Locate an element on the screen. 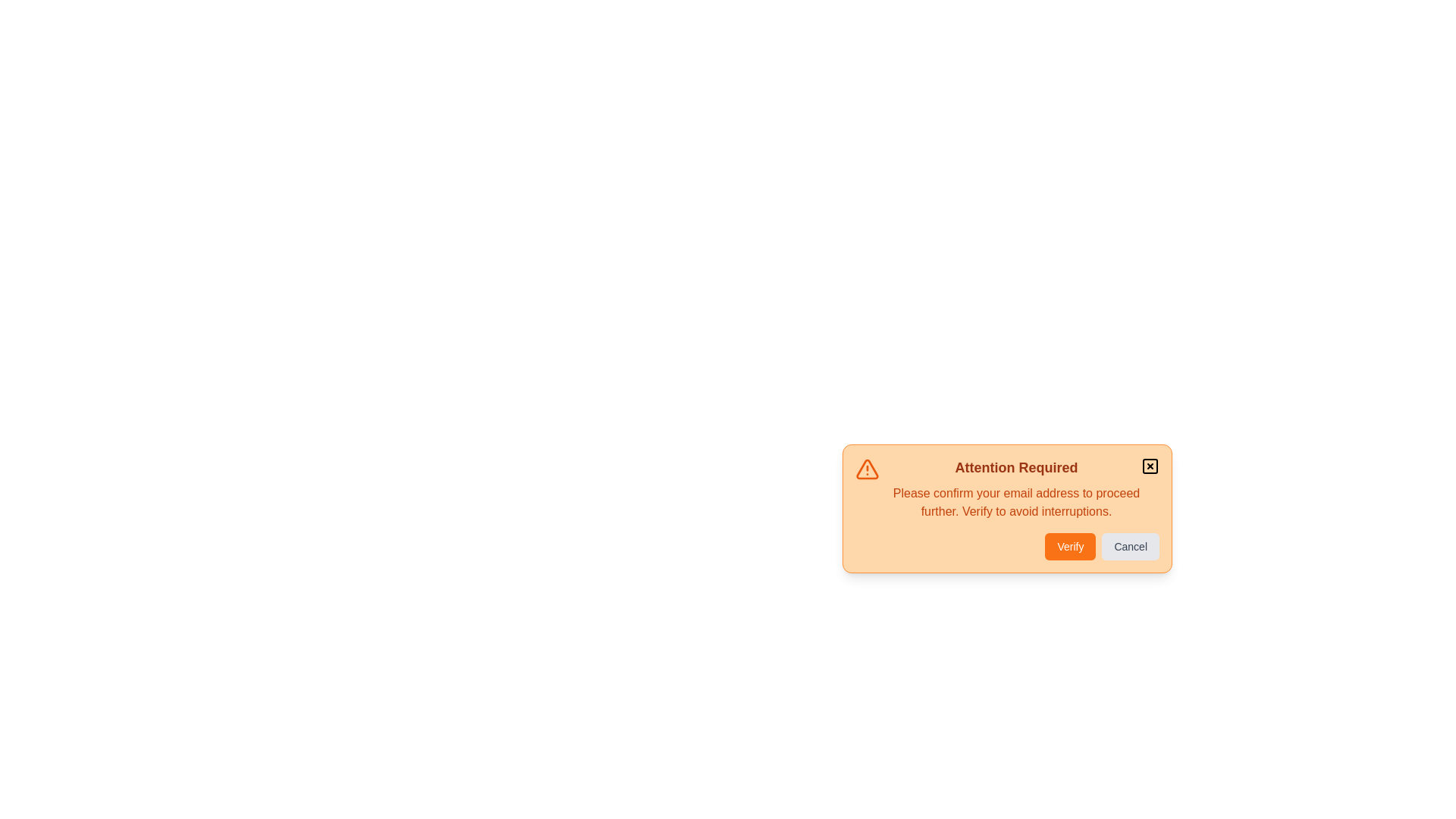 This screenshot has height=819, width=1456. the 'Verify' button to confirm the email is located at coordinates (1069, 547).